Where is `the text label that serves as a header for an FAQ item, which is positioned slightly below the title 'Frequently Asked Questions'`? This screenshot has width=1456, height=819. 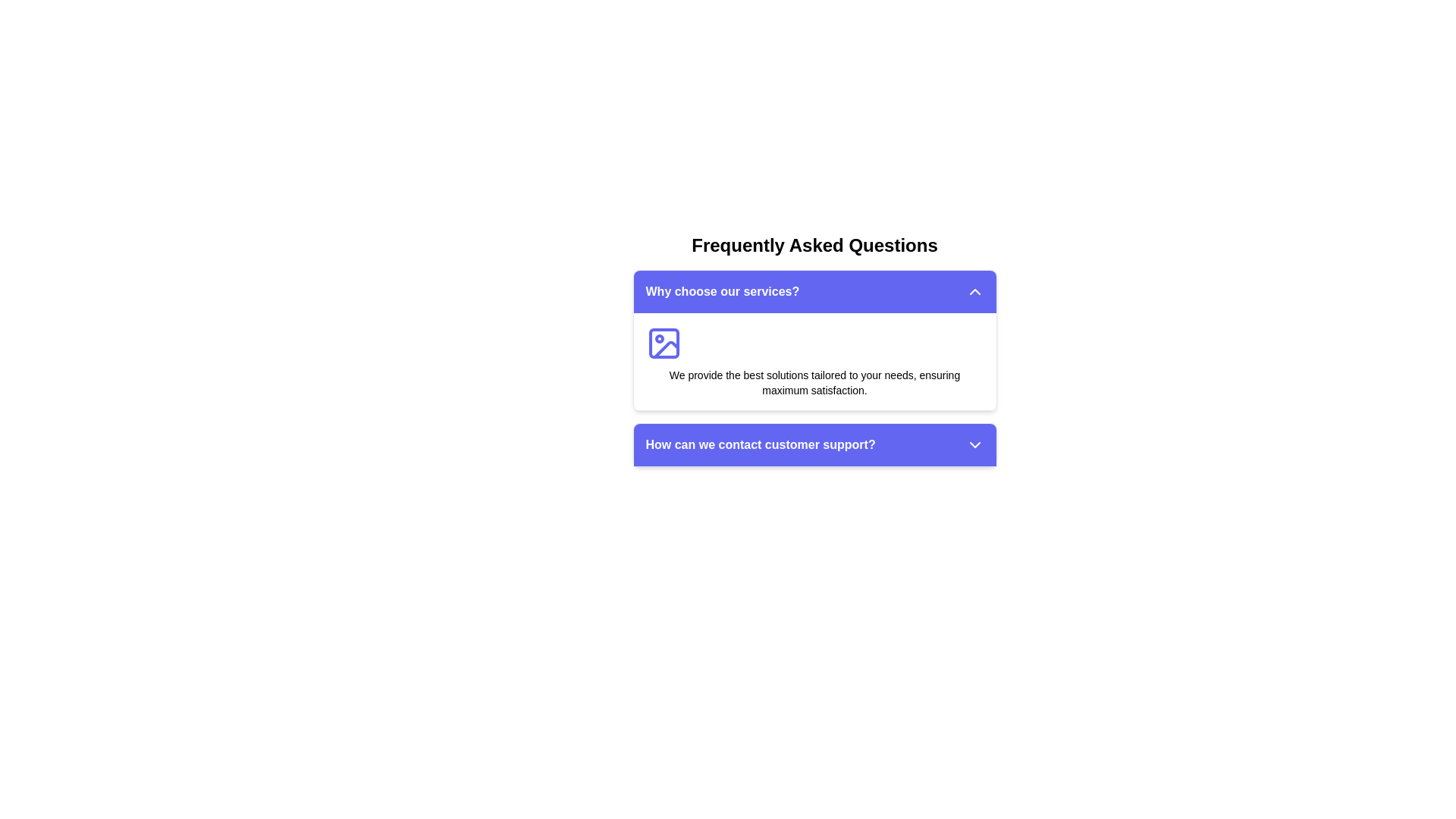
the text label that serves as a header for an FAQ item, which is positioned slightly below the title 'Frequently Asked Questions' is located at coordinates (761, 444).